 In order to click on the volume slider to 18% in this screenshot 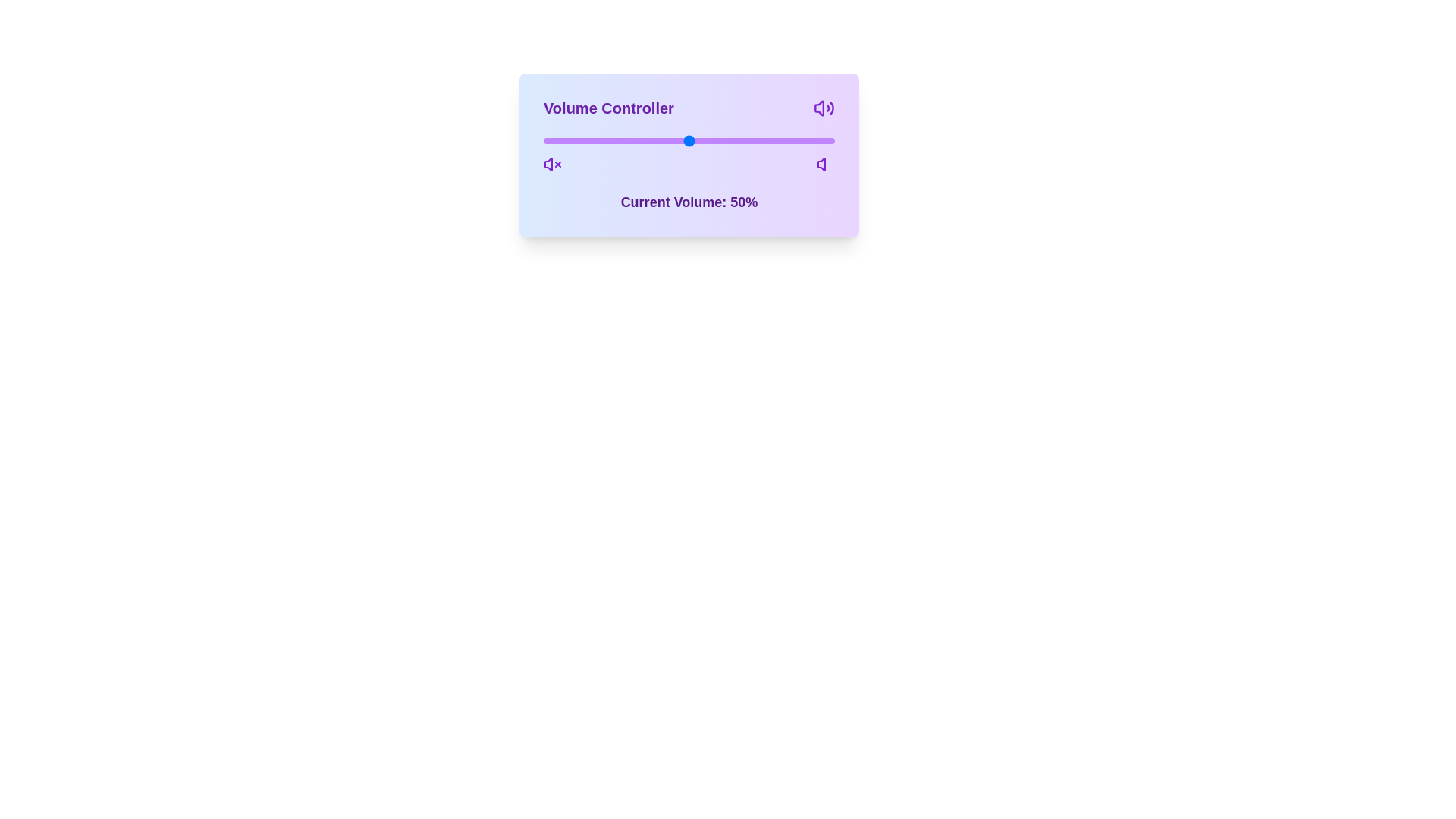, I will do `click(595, 140)`.